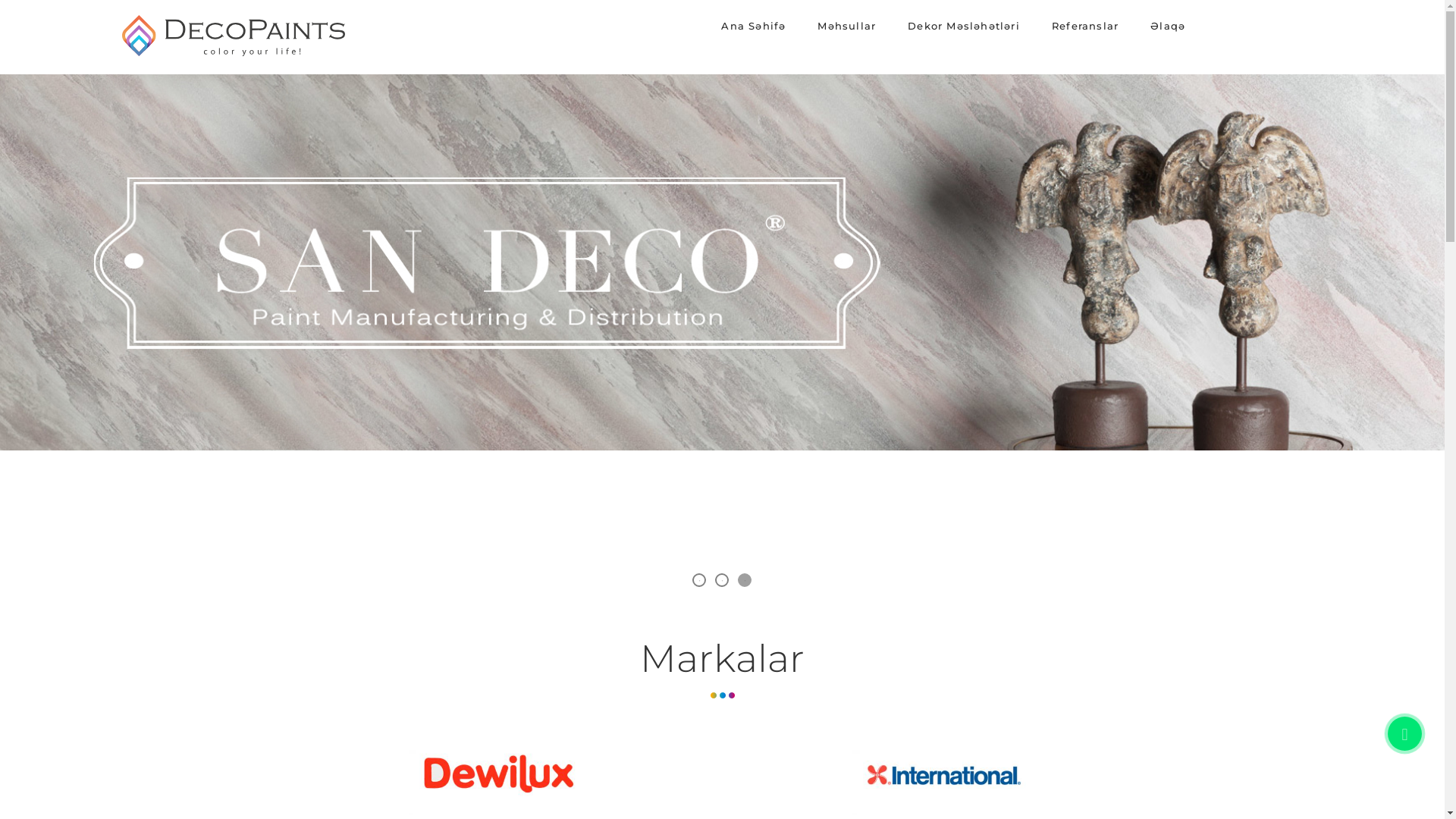 The height and width of the screenshot is (819, 1456). Describe the element at coordinates (743, 579) in the screenshot. I see `'3'` at that location.